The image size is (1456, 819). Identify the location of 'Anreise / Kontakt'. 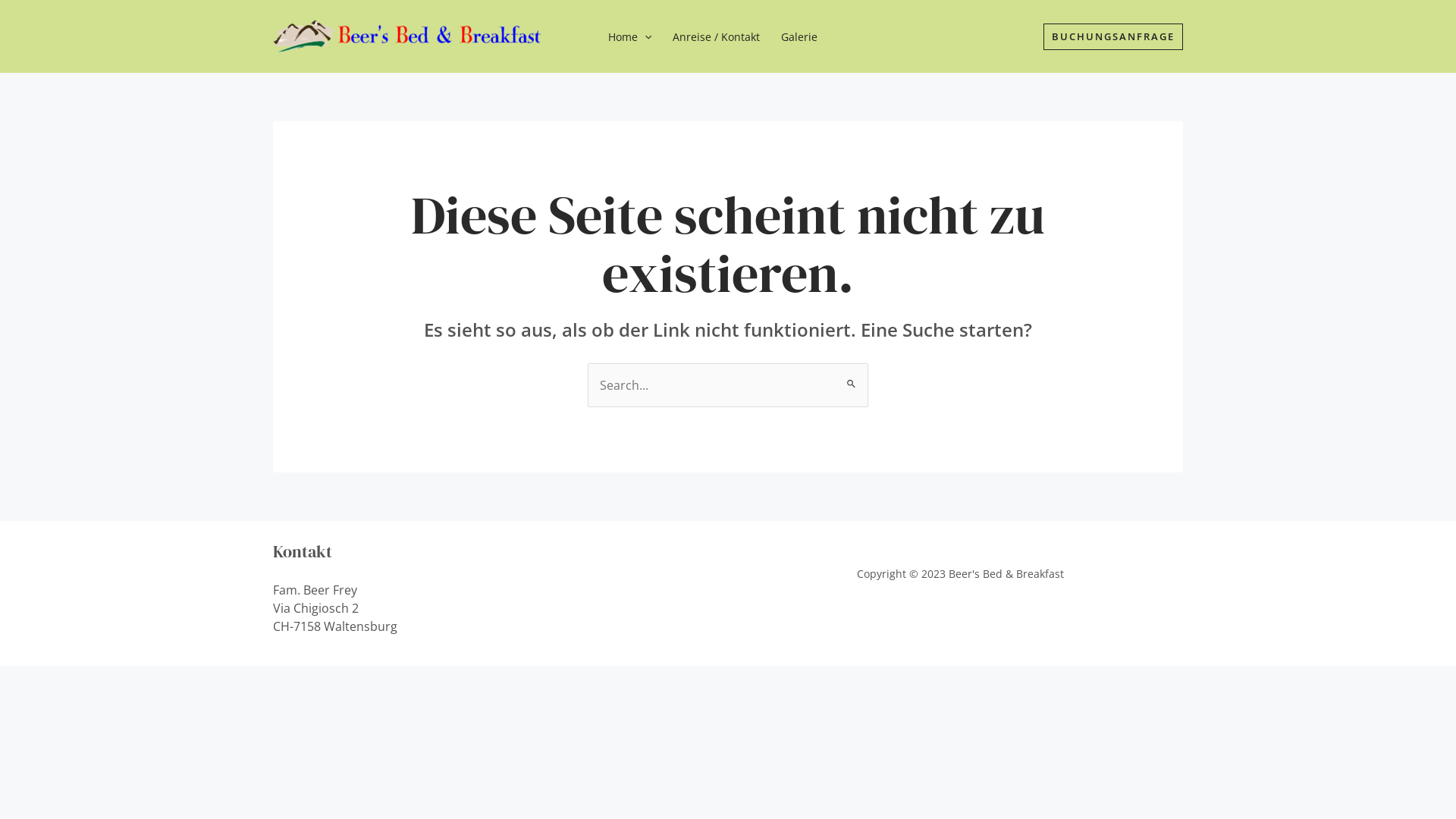
(662, 36).